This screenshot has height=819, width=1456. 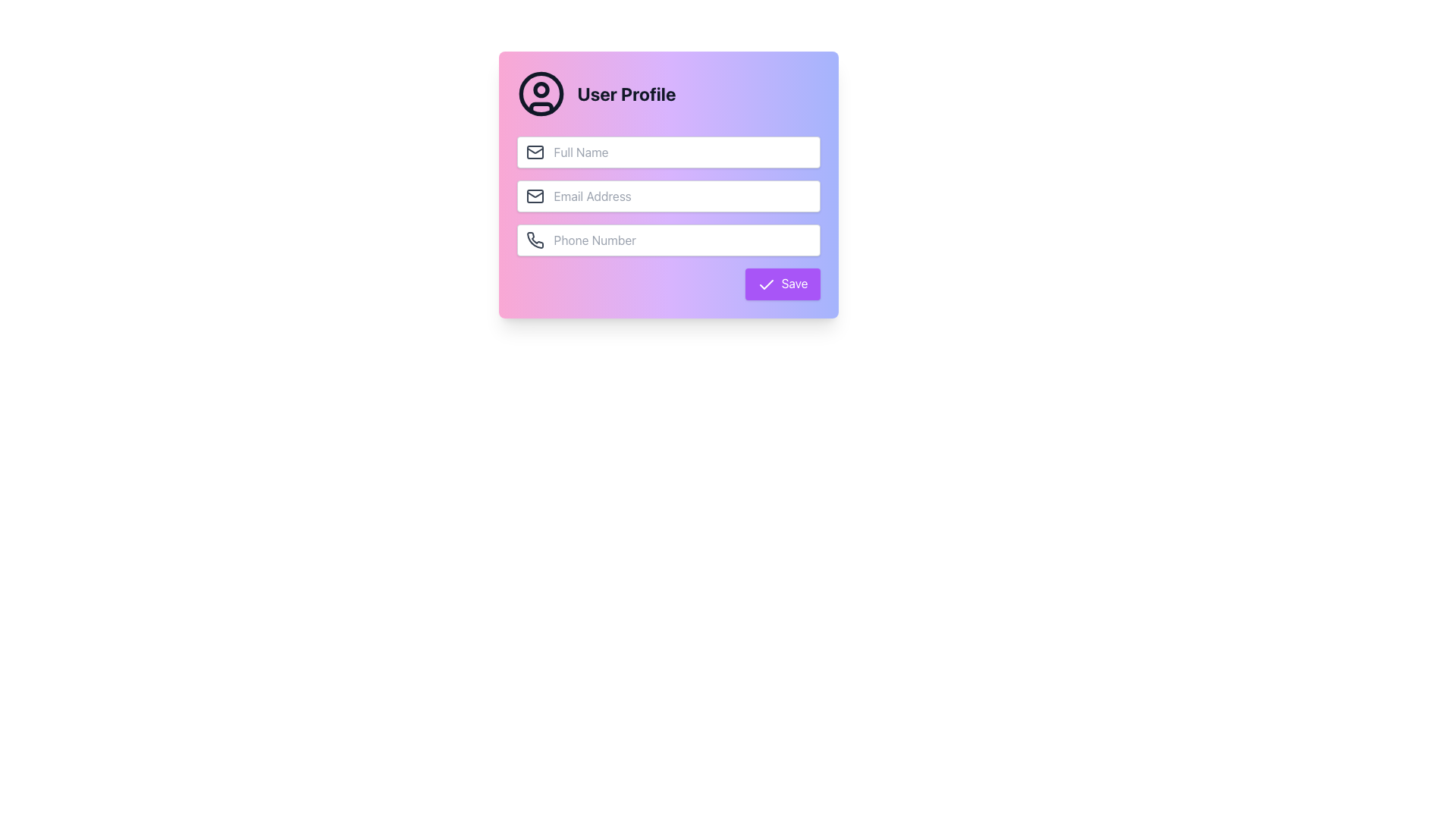 What do you see at coordinates (535, 195) in the screenshot?
I see `the first visual element of the email icon, which is a rectangular shape with rounded corners, located to the left of the 'Email Address' text box` at bounding box center [535, 195].